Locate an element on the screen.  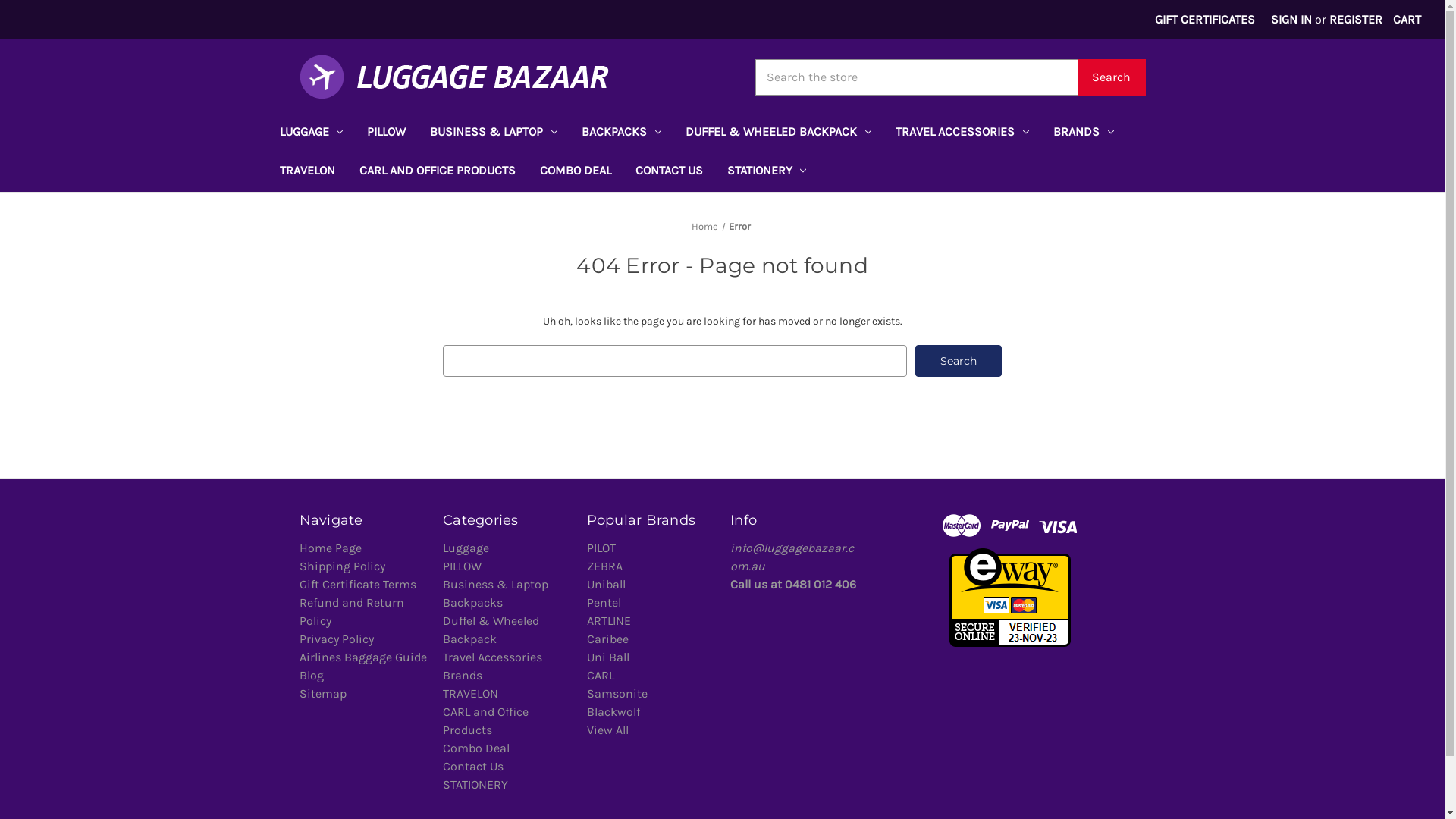
'PILOT' is located at coordinates (600, 548).